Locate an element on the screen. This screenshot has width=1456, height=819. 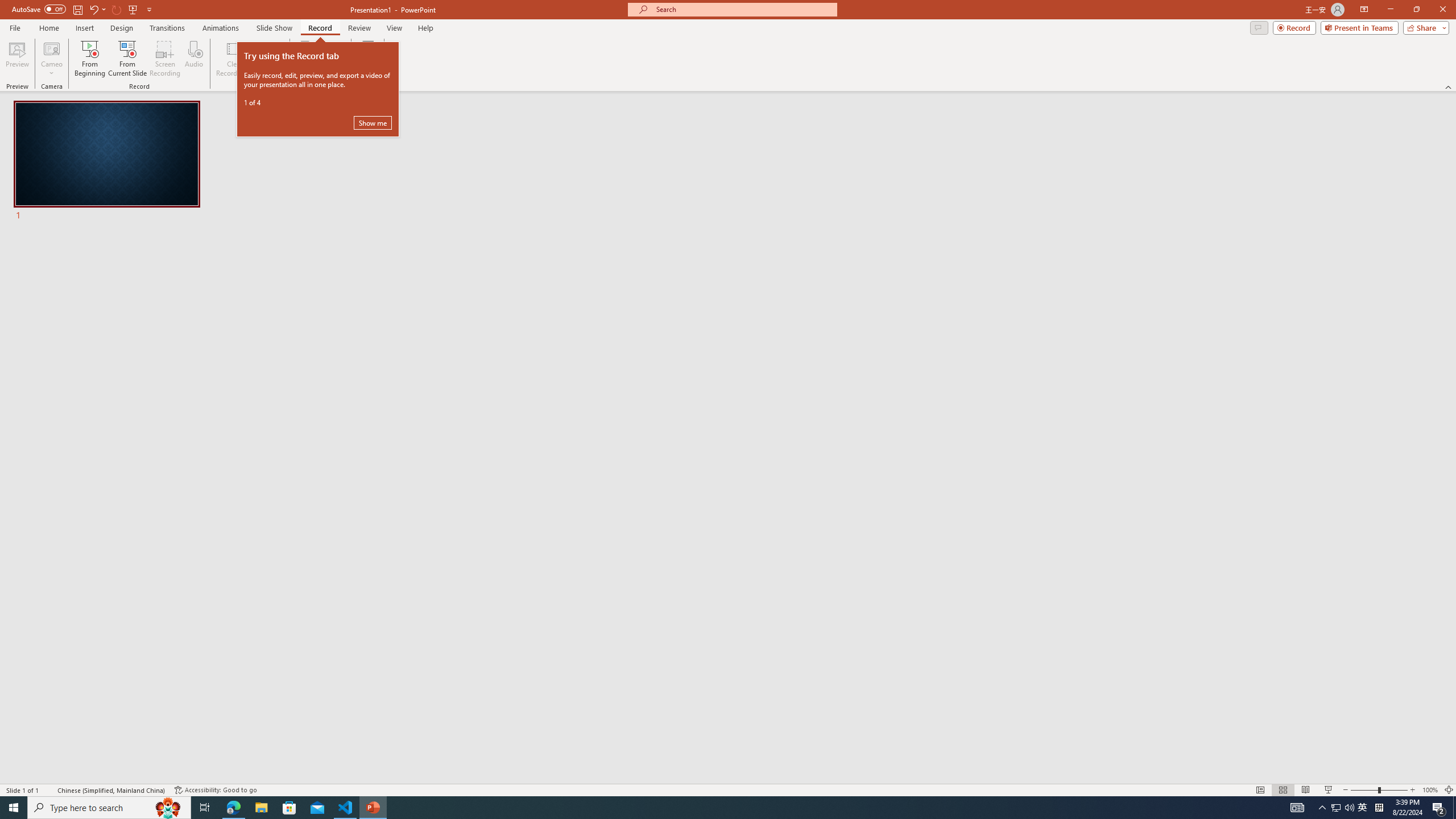
'Zoom 100%' is located at coordinates (1430, 790).